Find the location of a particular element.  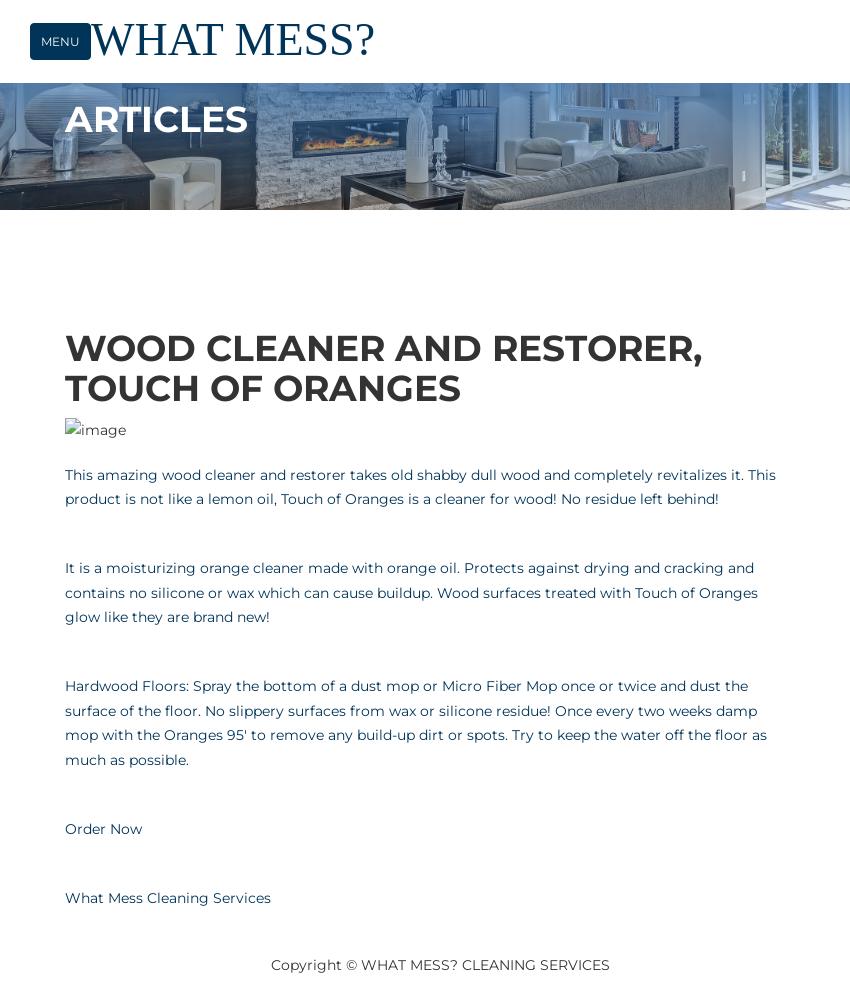

'This amazing wood cleaner and restorer takes old shabby dull wood and completely revitalizes it. This product is not like a lemon oil, Touch of Oranges is a cleaner for wood! No residue left behind!' is located at coordinates (420, 485).